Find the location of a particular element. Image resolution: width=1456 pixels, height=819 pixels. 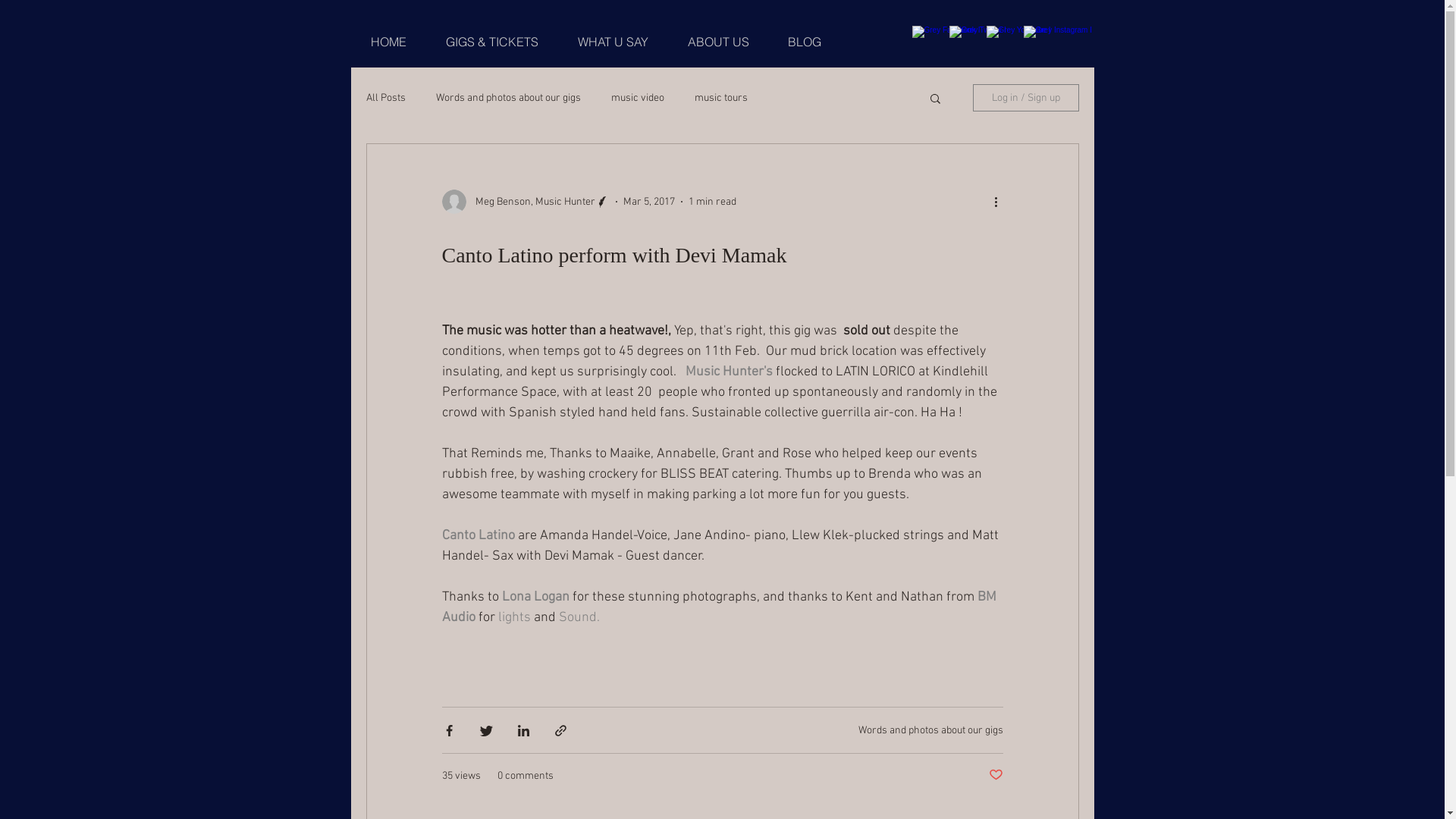

'WHAT U SAY' is located at coordinates (613, 41).